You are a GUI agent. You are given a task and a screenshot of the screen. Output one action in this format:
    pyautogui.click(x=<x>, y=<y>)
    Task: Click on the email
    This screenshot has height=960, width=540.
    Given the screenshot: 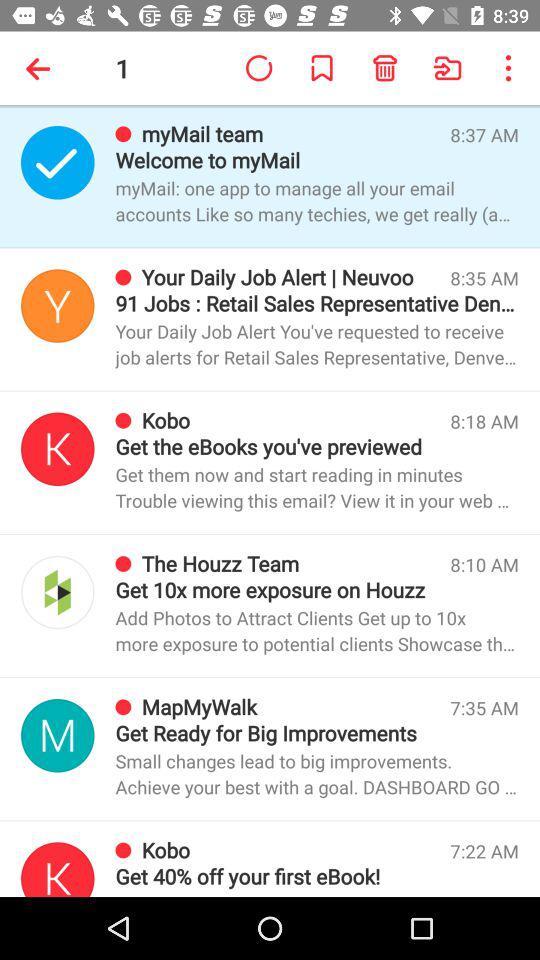 What is the action you would take?
    pyautogui.click(x=57, y=161)
    